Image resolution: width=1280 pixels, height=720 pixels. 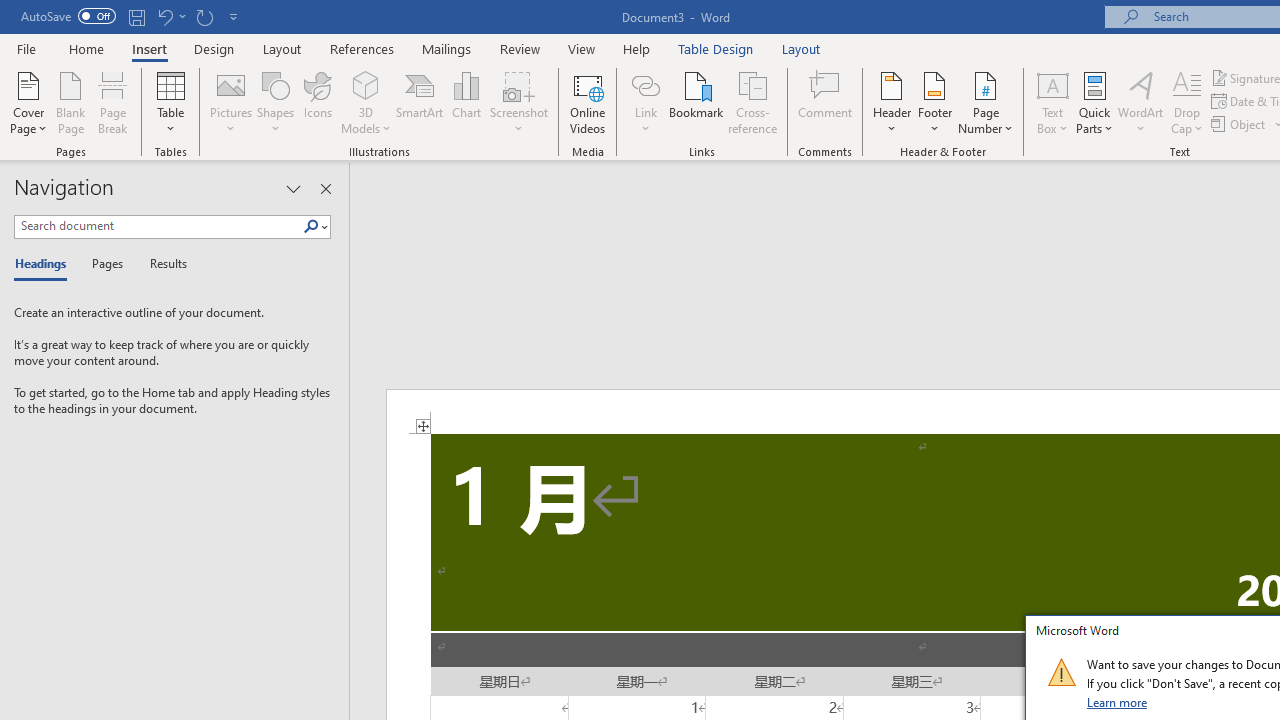 What do you see at coordinates (751, 103) in the screenshot?
I see `'Cross-reference...'` at bounding box center [751, 103].